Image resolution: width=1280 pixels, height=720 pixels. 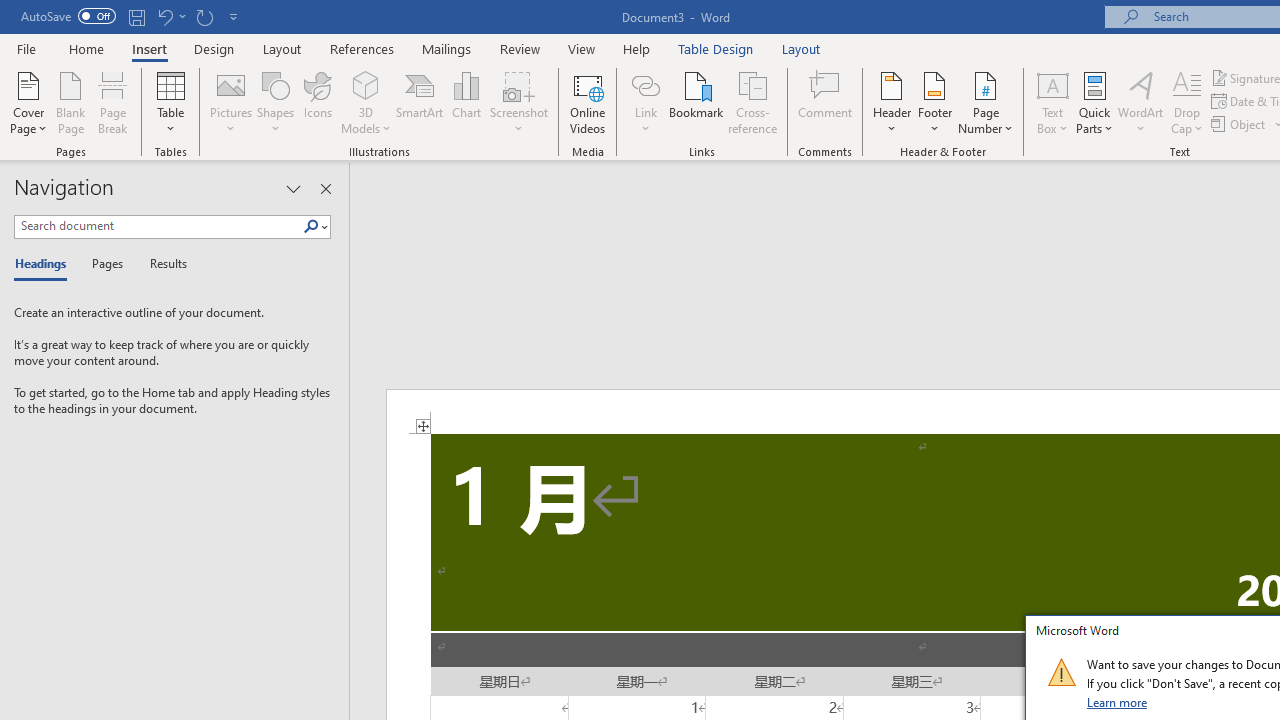 What do you see at coordinates (751, 103) in the screenshot?
I see `'Cross-reference...'` at bounding box center [751, 103].